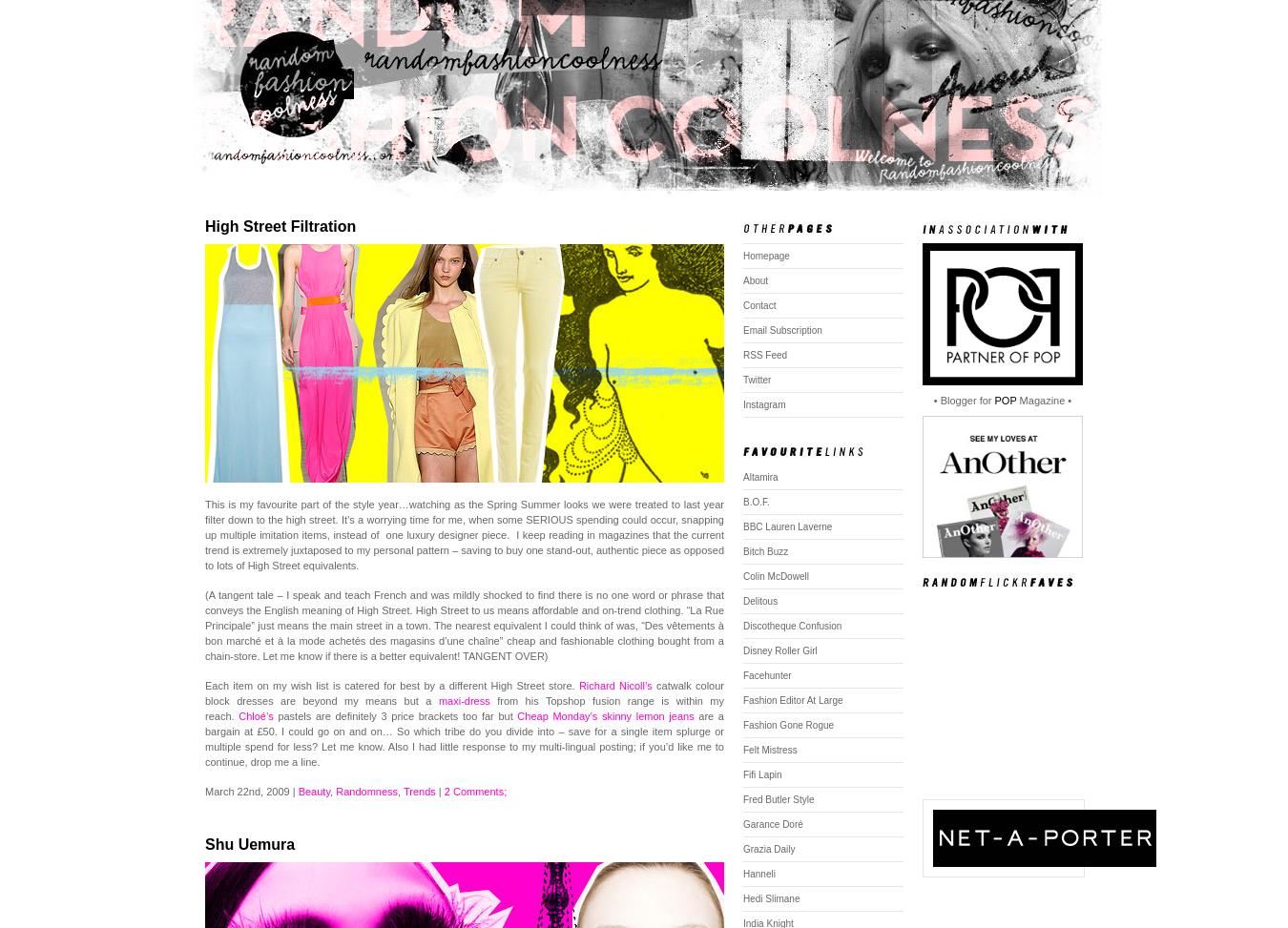  Describe the element at coordinates (765, 551) in the screenshot. I see `'Bitch Buzz'` at that location.